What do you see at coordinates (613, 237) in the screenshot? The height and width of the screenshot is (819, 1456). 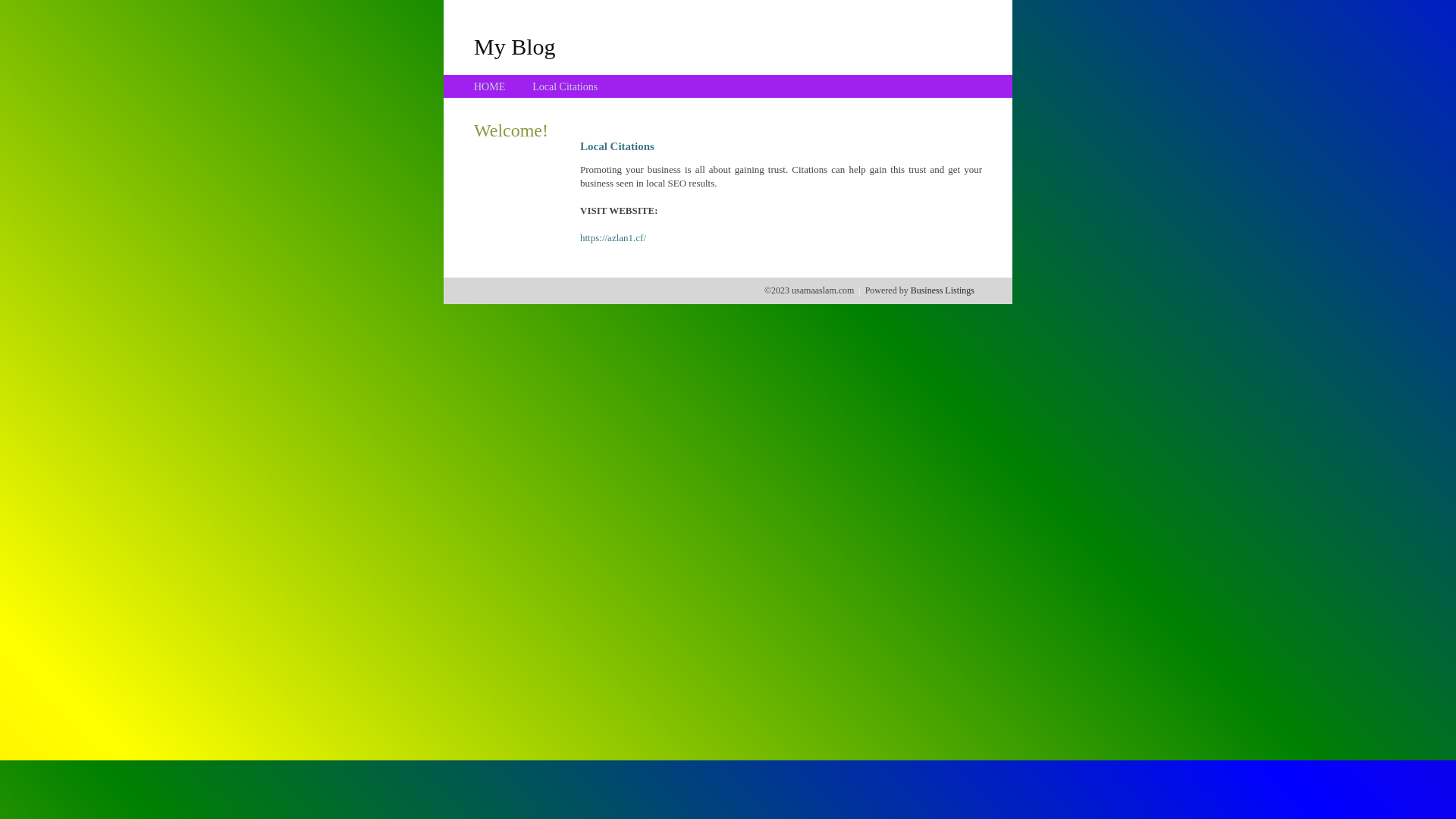 I see `'https://azlan1.cf/'` at bounding box center [613, 237].